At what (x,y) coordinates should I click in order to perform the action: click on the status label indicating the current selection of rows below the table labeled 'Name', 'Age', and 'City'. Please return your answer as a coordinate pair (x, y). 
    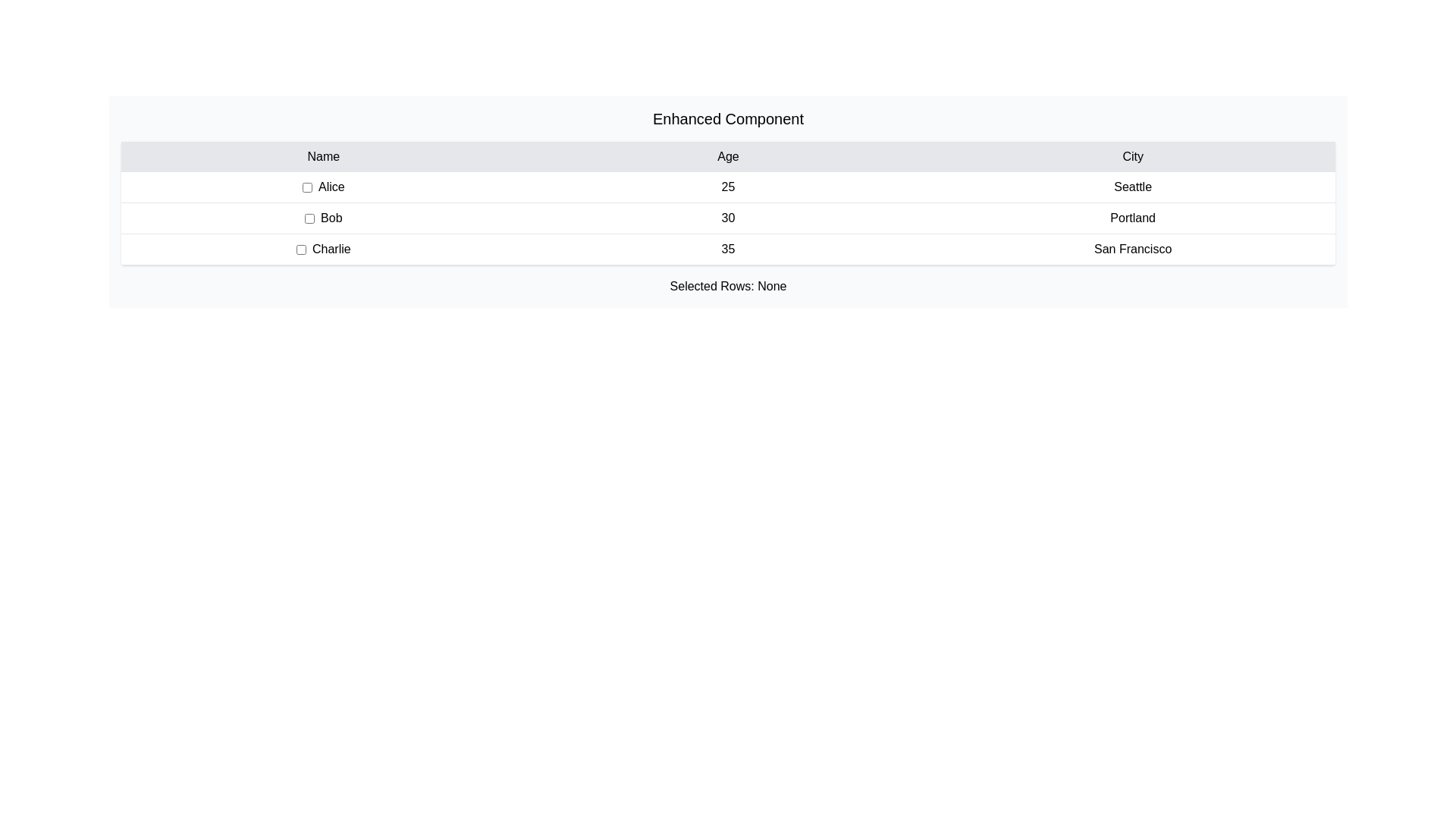
    Looking at the image, I should click on (728, 287).